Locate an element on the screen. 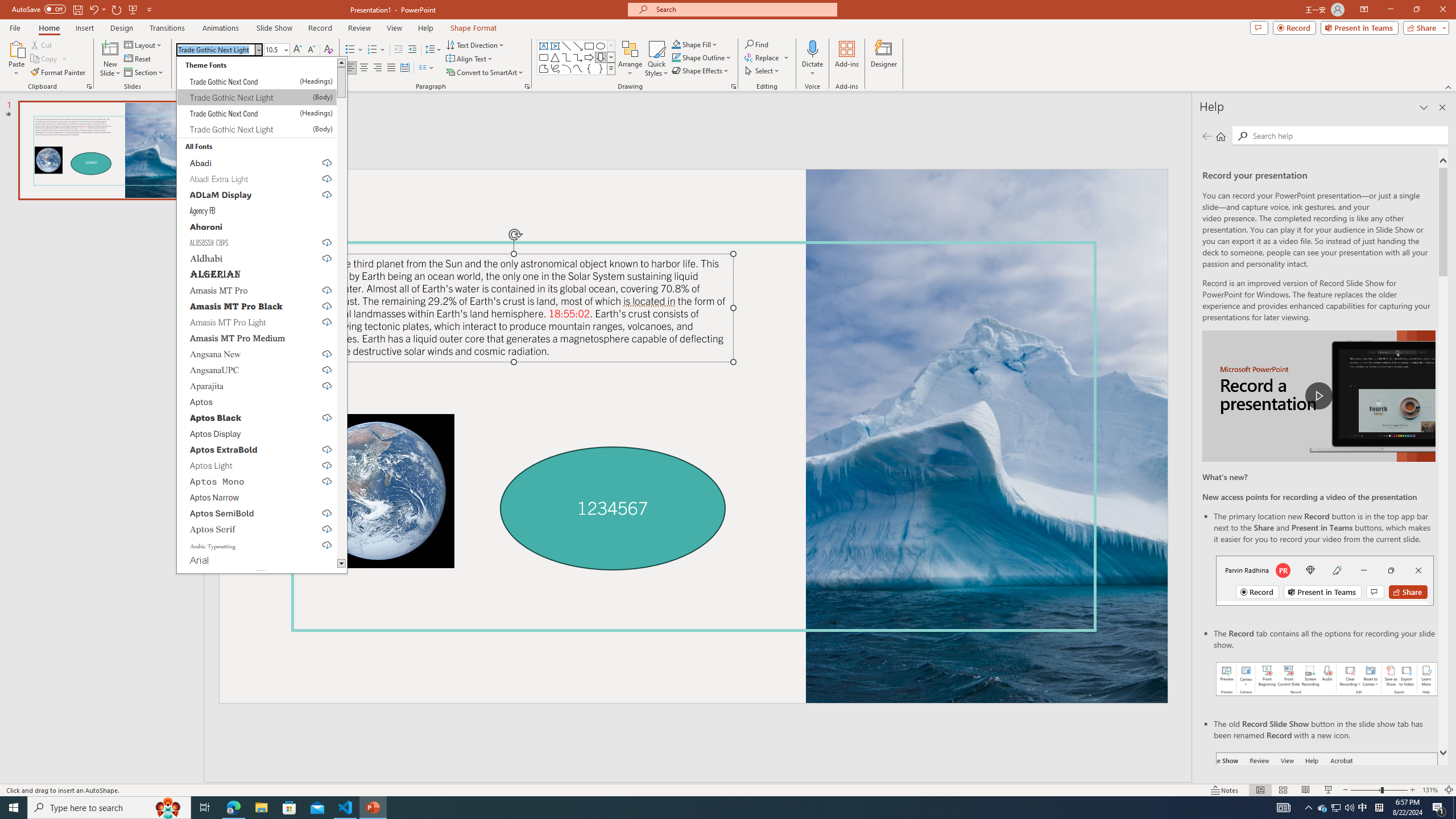 Image resolution: width=1456 pixels, height=819 pixels. 'Justify' is located at coordinates (390, 67).